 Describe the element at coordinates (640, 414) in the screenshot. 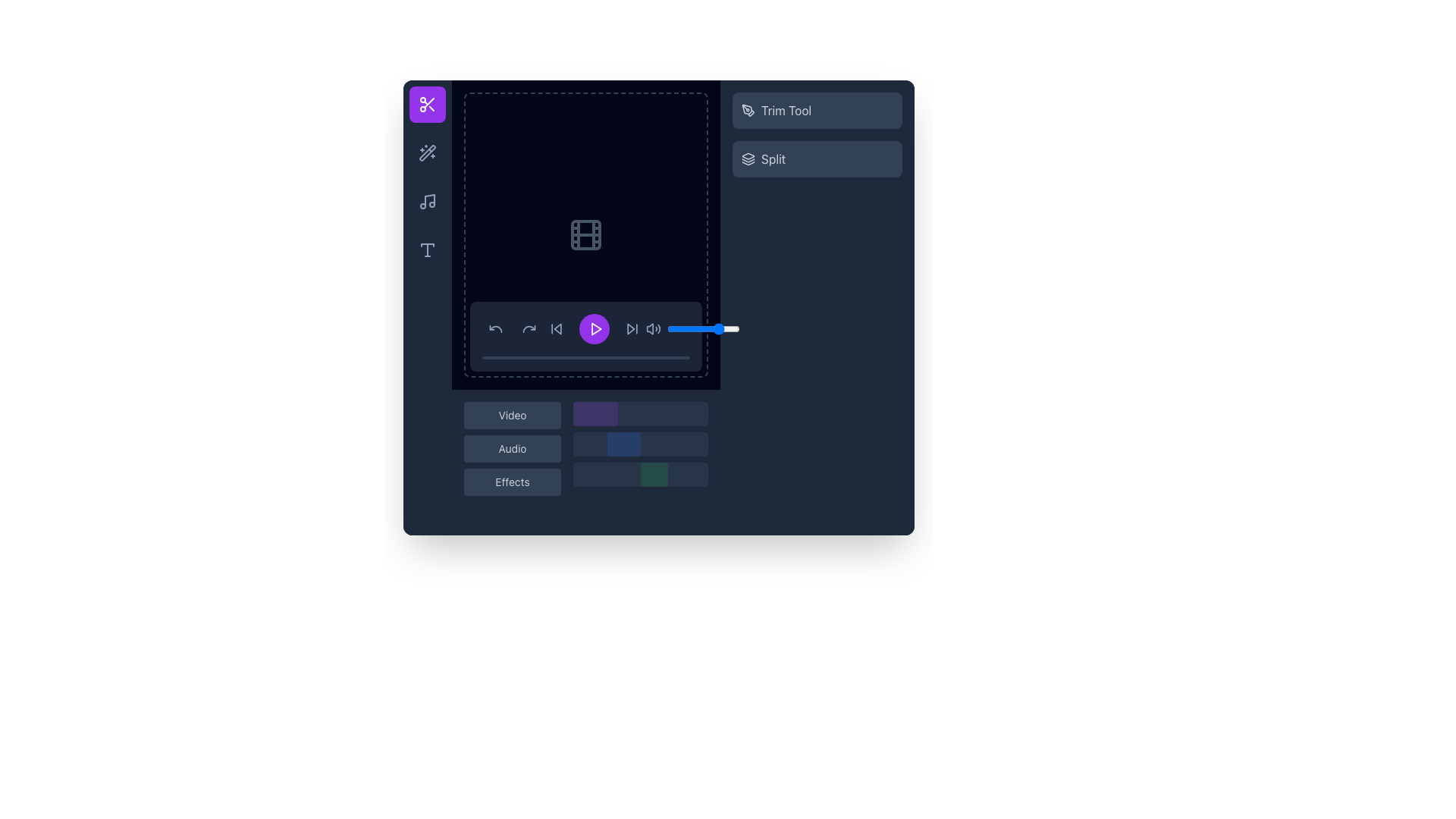

I see `the progress bar or indicator located at the top of a vertical stack of components, centrally aligned below a toolbar interface` at that location.